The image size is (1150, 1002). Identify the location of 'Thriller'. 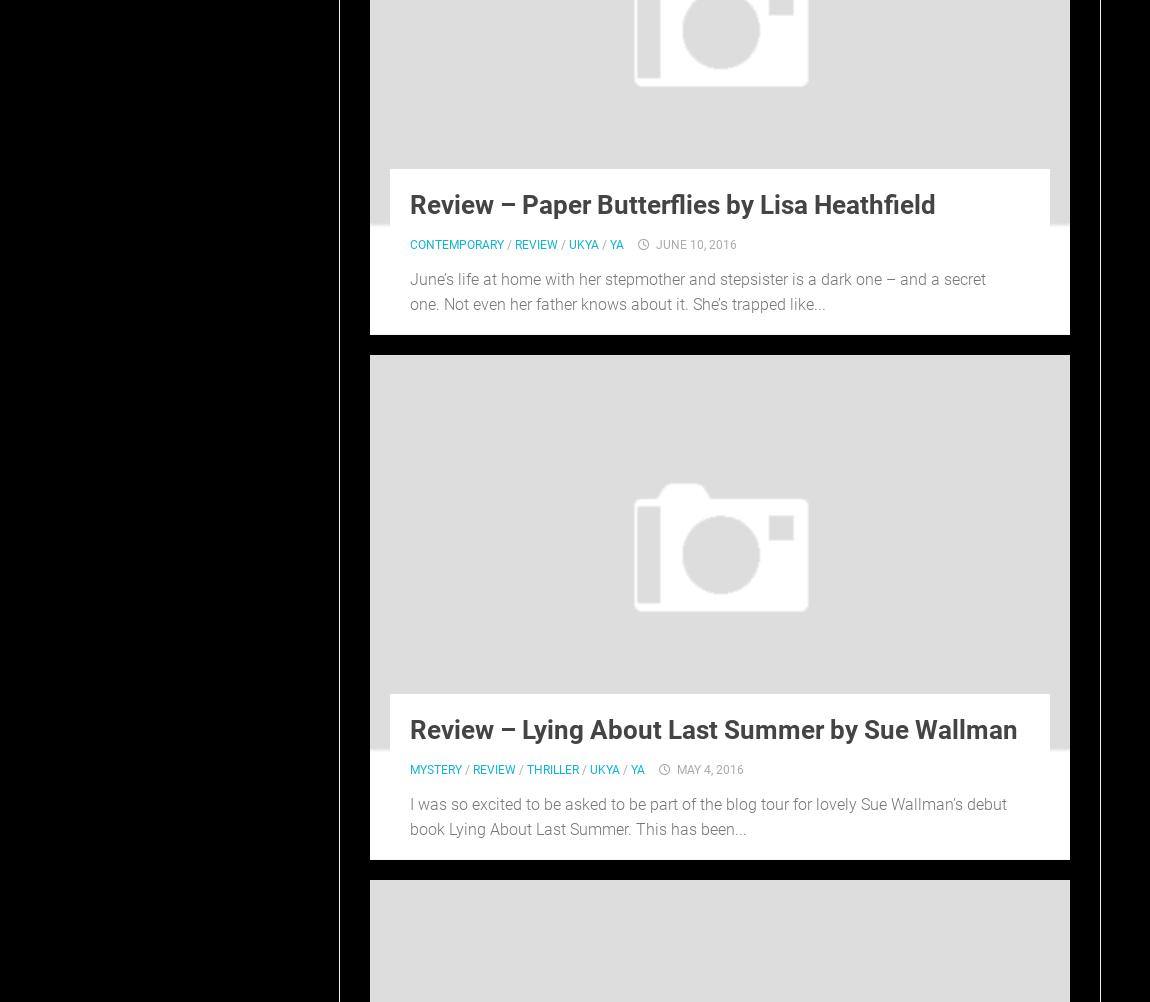
(553, 768).